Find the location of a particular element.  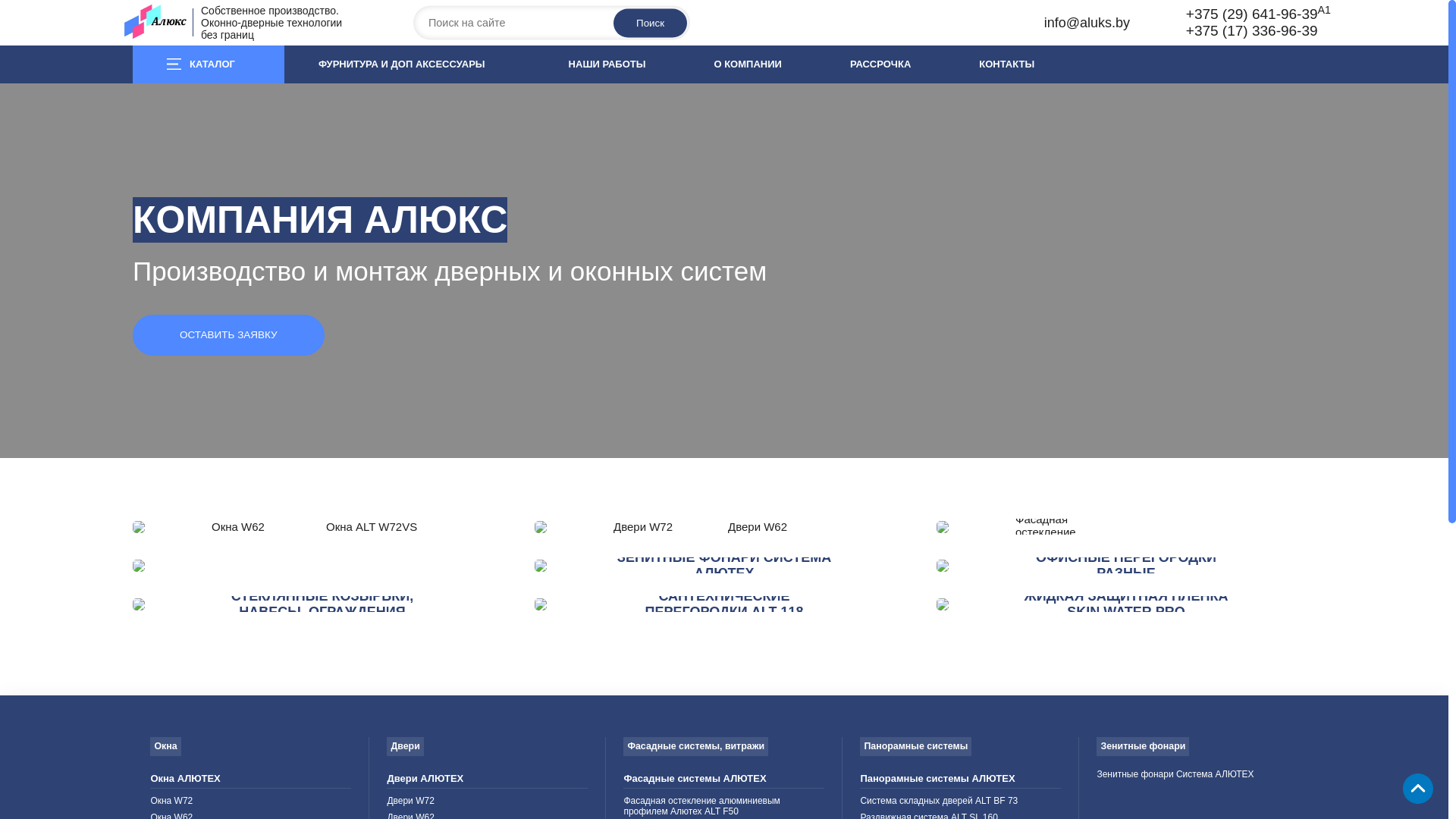

'info@aluks.by' is located at coordinates (1086, 23).